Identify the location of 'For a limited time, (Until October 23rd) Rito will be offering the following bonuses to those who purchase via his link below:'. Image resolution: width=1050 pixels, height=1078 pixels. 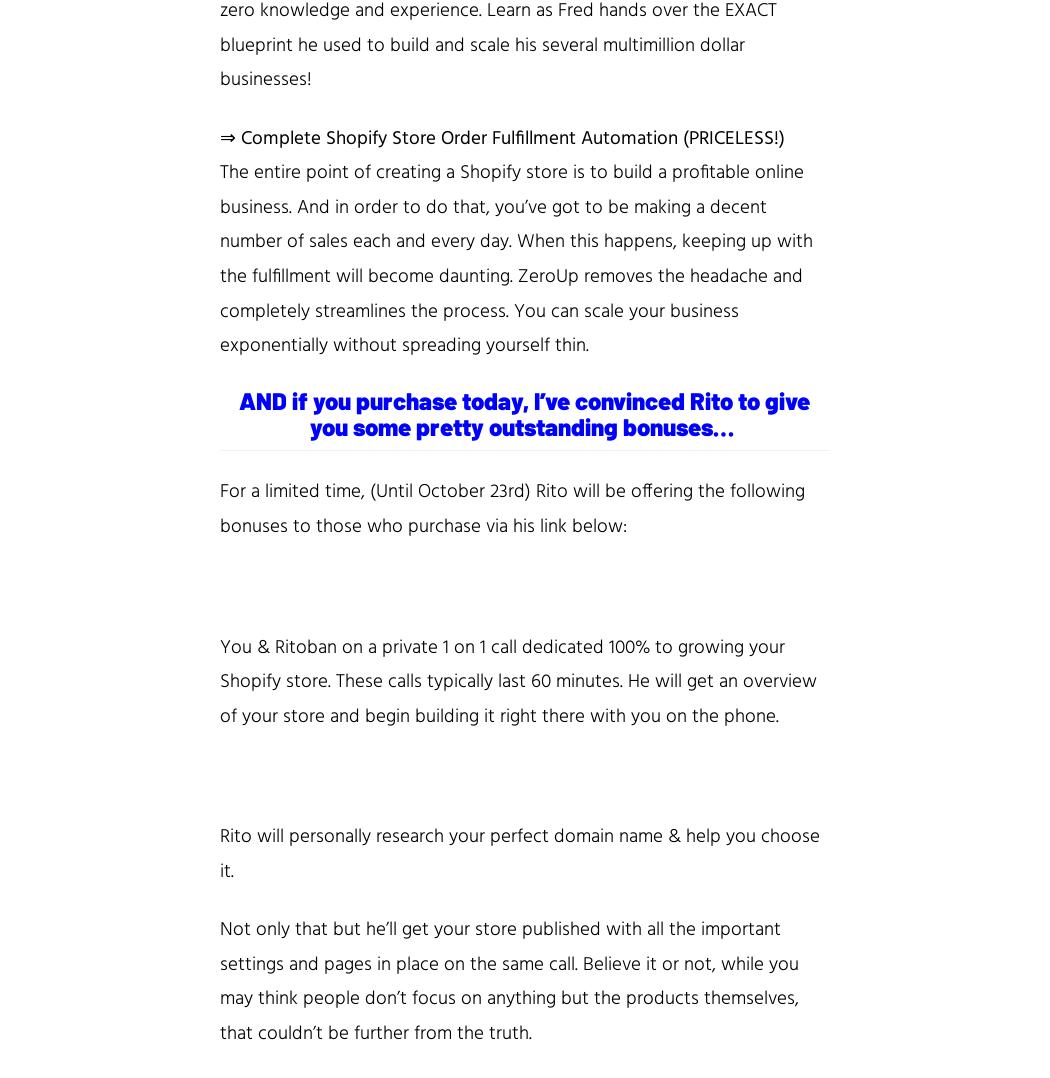
(511, 509).